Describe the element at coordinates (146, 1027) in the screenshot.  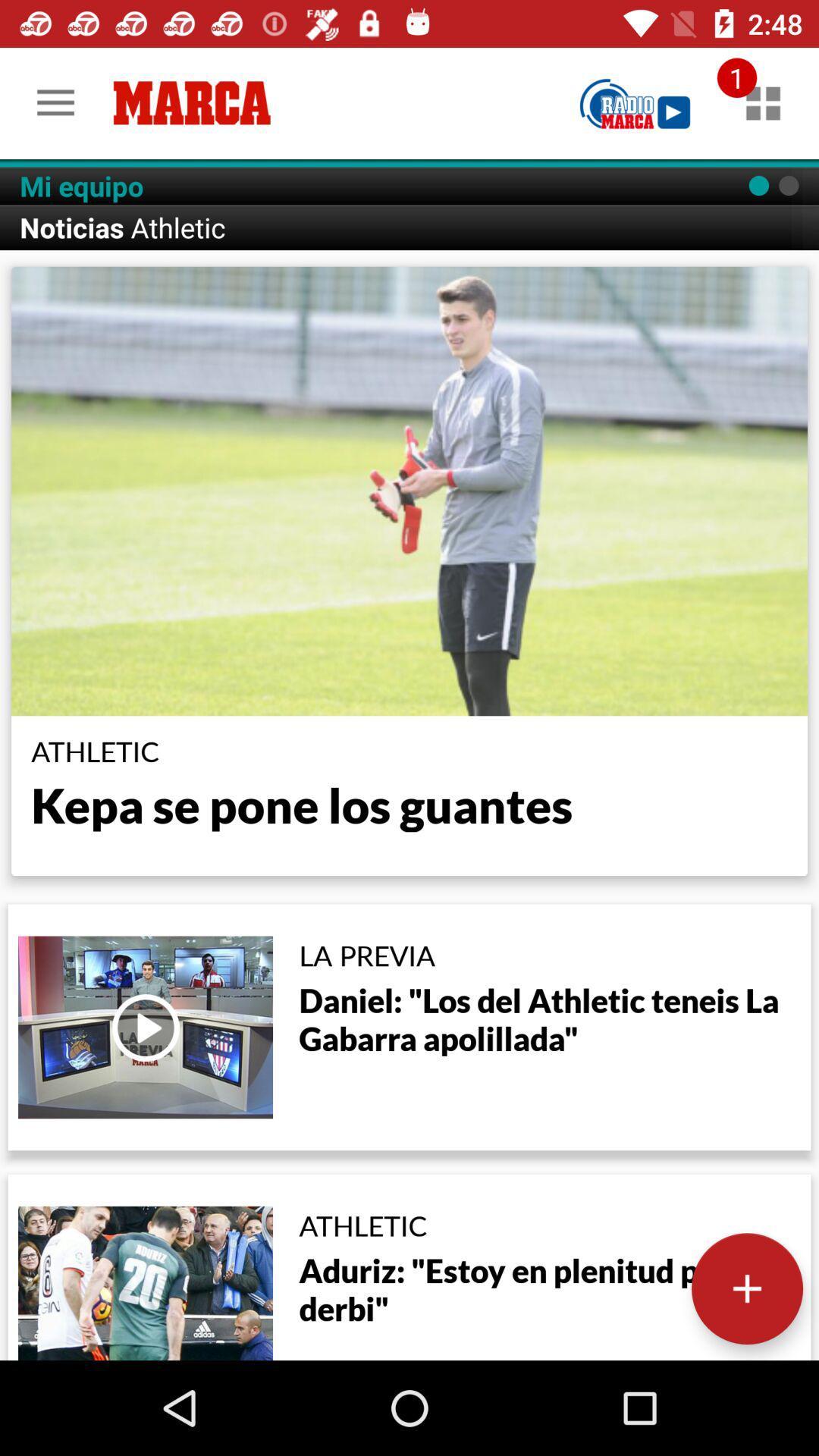
I see `the video which is left to the text la previa` at that location.